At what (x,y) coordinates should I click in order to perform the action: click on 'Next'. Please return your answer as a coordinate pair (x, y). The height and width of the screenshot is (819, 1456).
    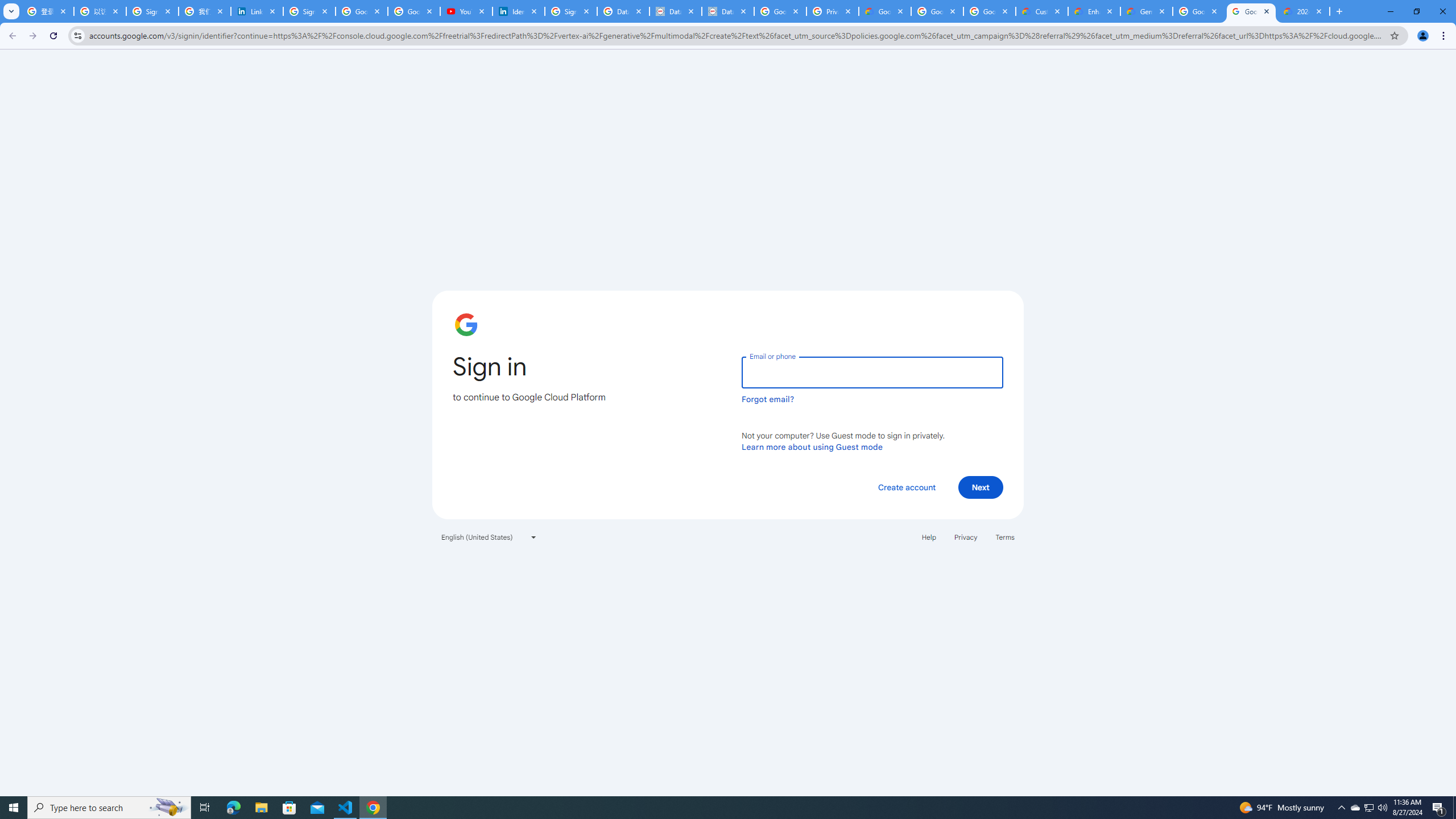
    Looking at the image, I should click on (981, 486).